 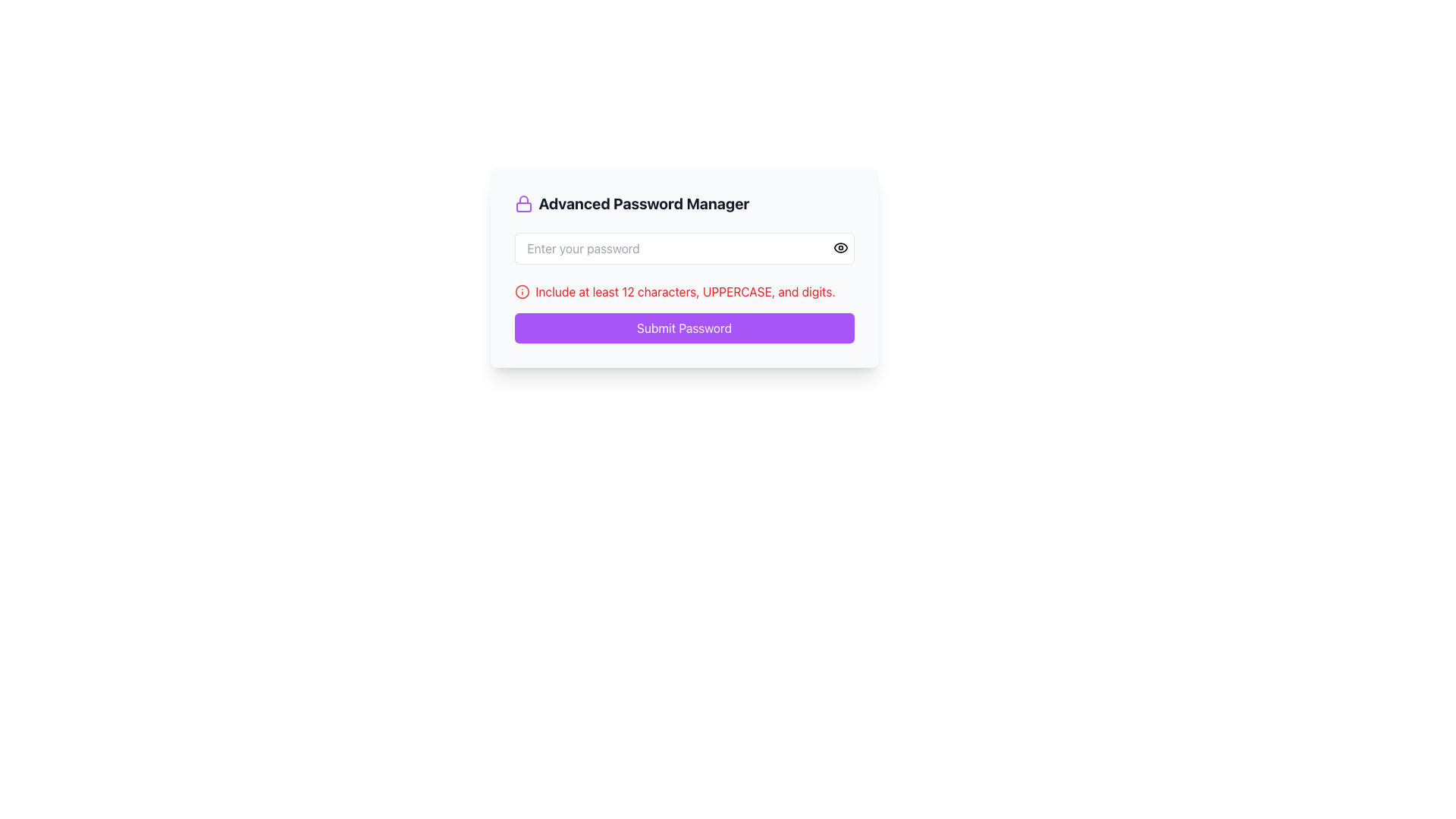 What do you see at coordinates (685, 292) in the screenshot?
I see `the Guidance Text located beneath the password input field and above the 'Submit Password' button, indicated by an icon for further information or warning` at bounding box center [685, 292].